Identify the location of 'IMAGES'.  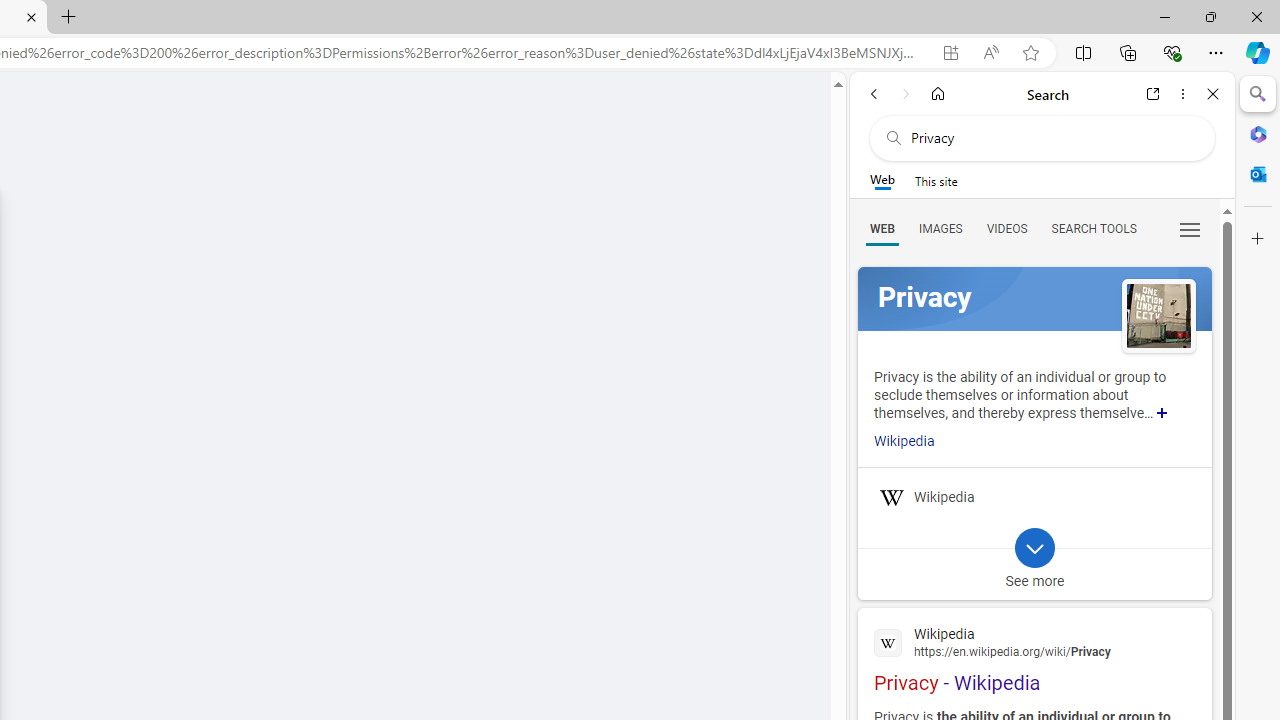
(939, 227).